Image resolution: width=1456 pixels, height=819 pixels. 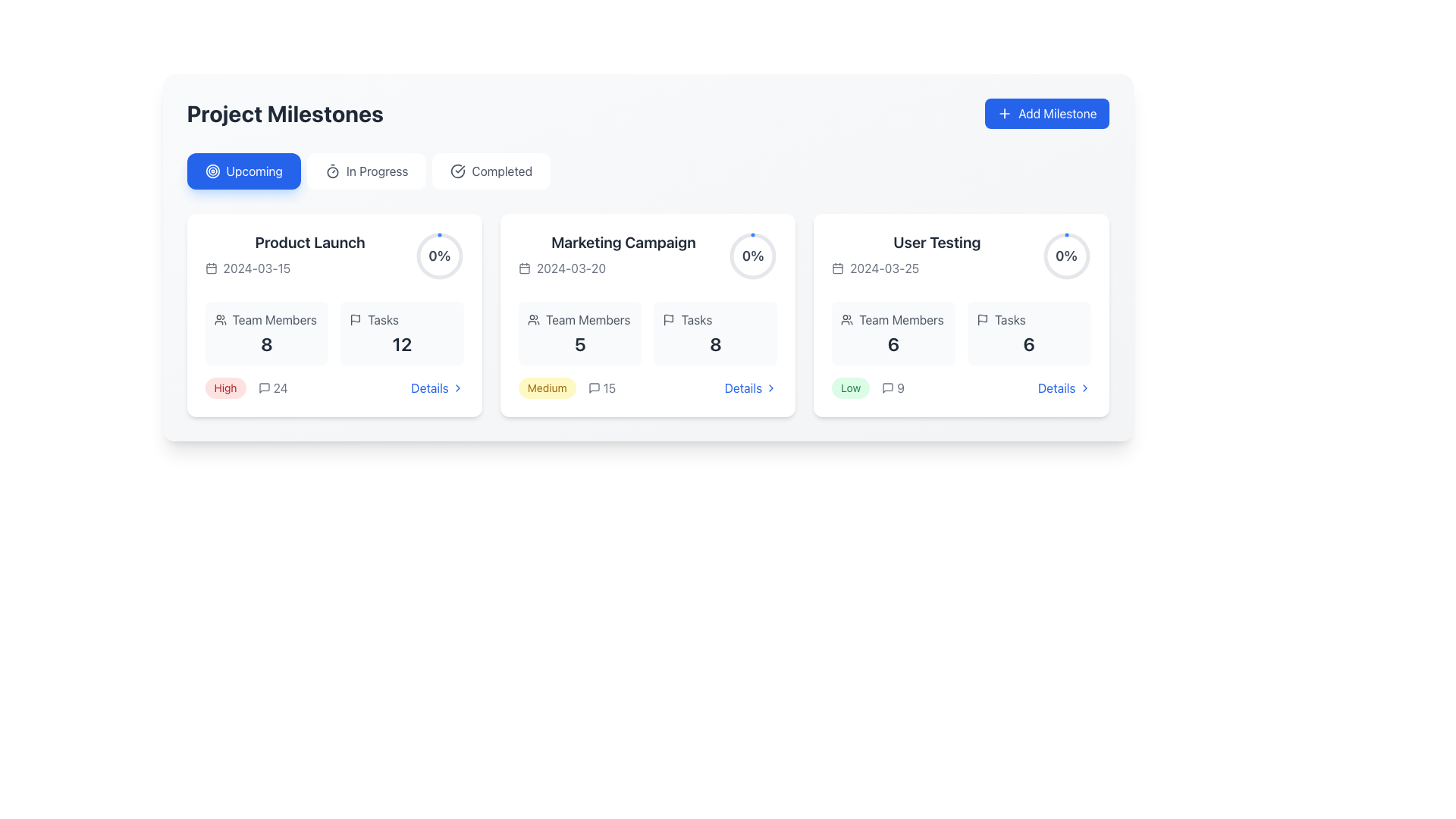 I want to click on the Text label indicating the section for displaying the number of team members associated with 'User Testing', which is positioned above the numeric value '6', so click(x=893, y=318).